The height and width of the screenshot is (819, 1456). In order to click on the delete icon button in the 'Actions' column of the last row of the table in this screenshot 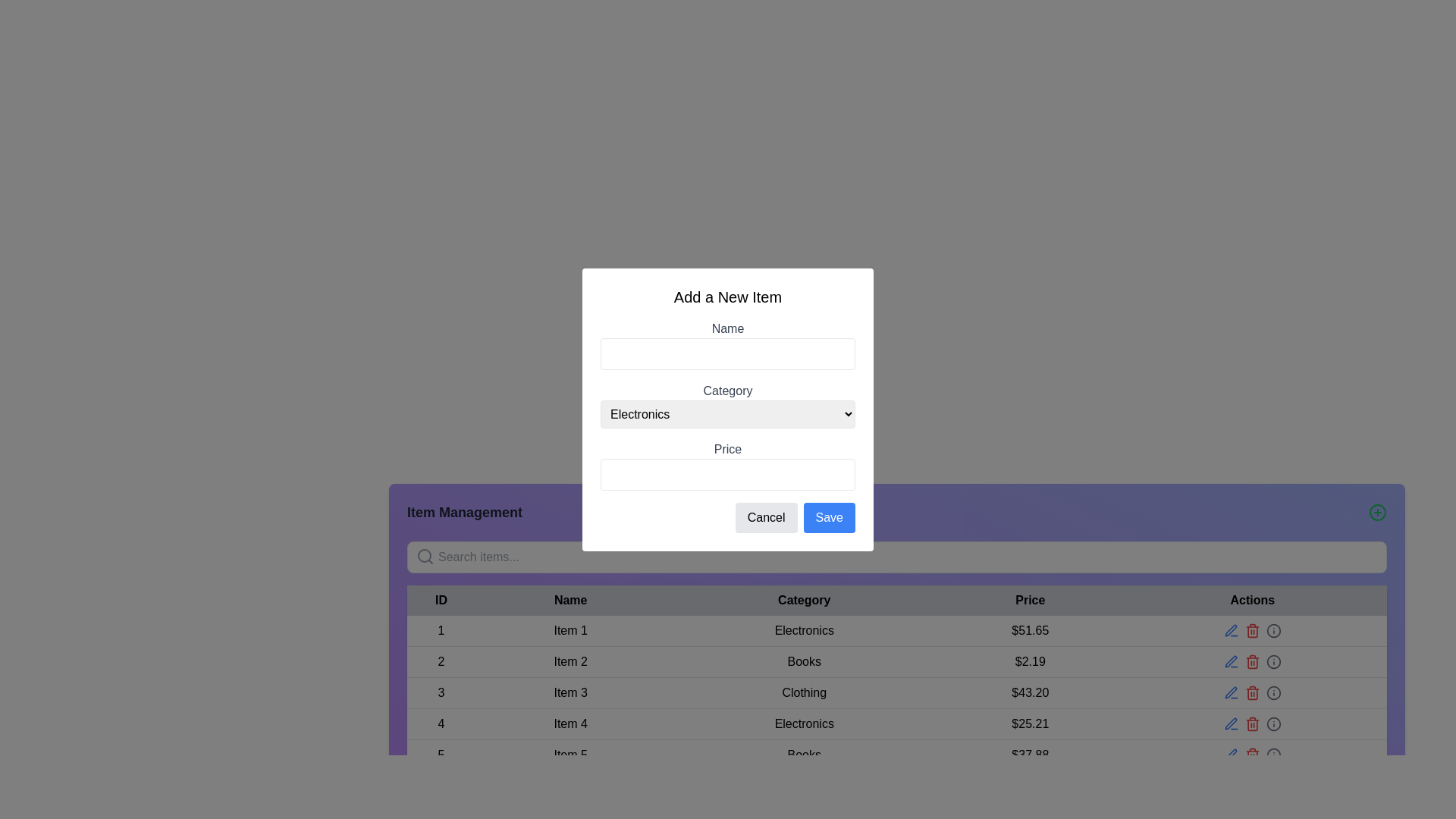, I will do `click(1252, 755)`.